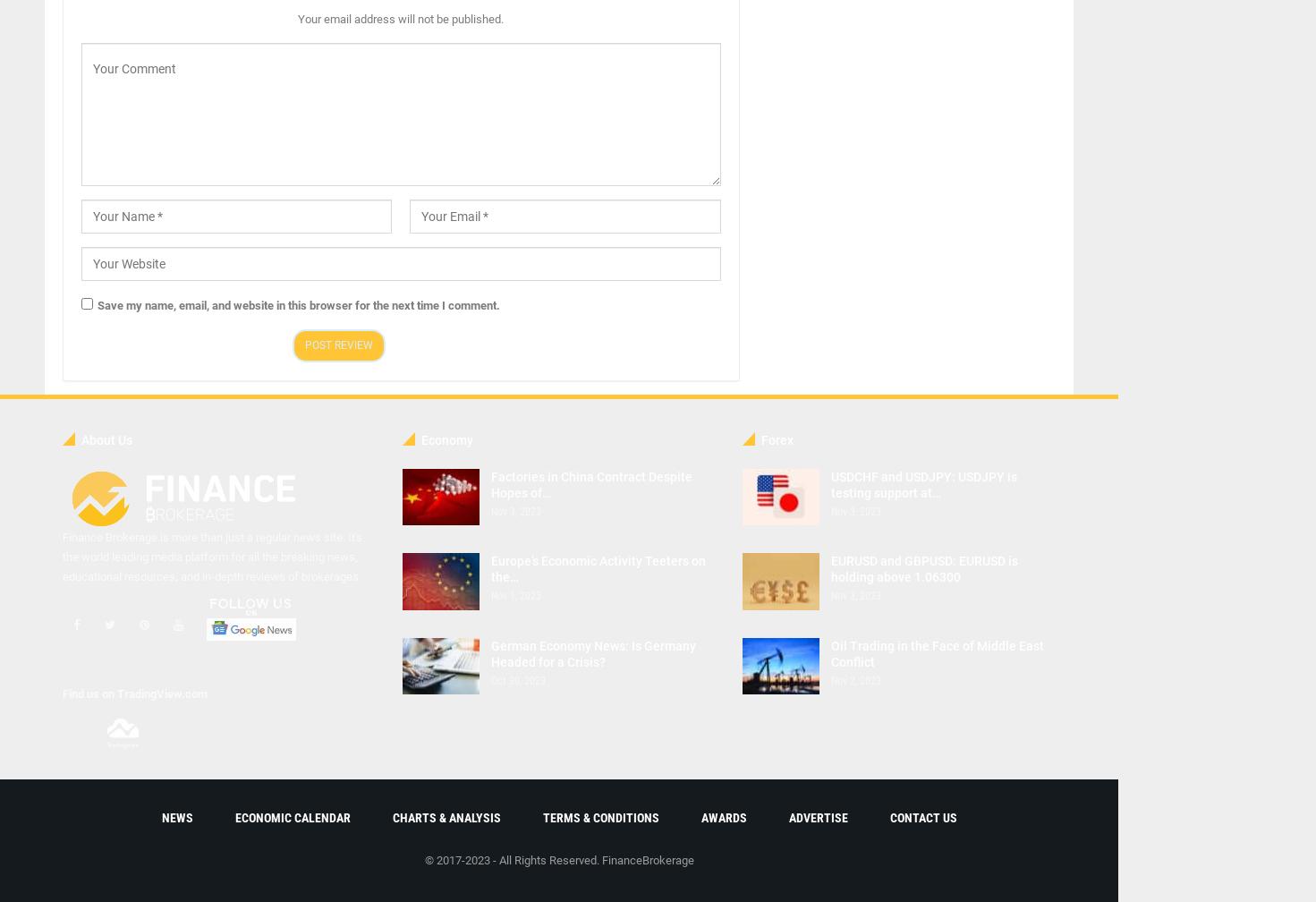  What do you see at coordinates (923, 483) in the screenshot?
I see `'USDCHF and USDJPY: USDJPY is testing support at…'` at bounding box center [923, 483].